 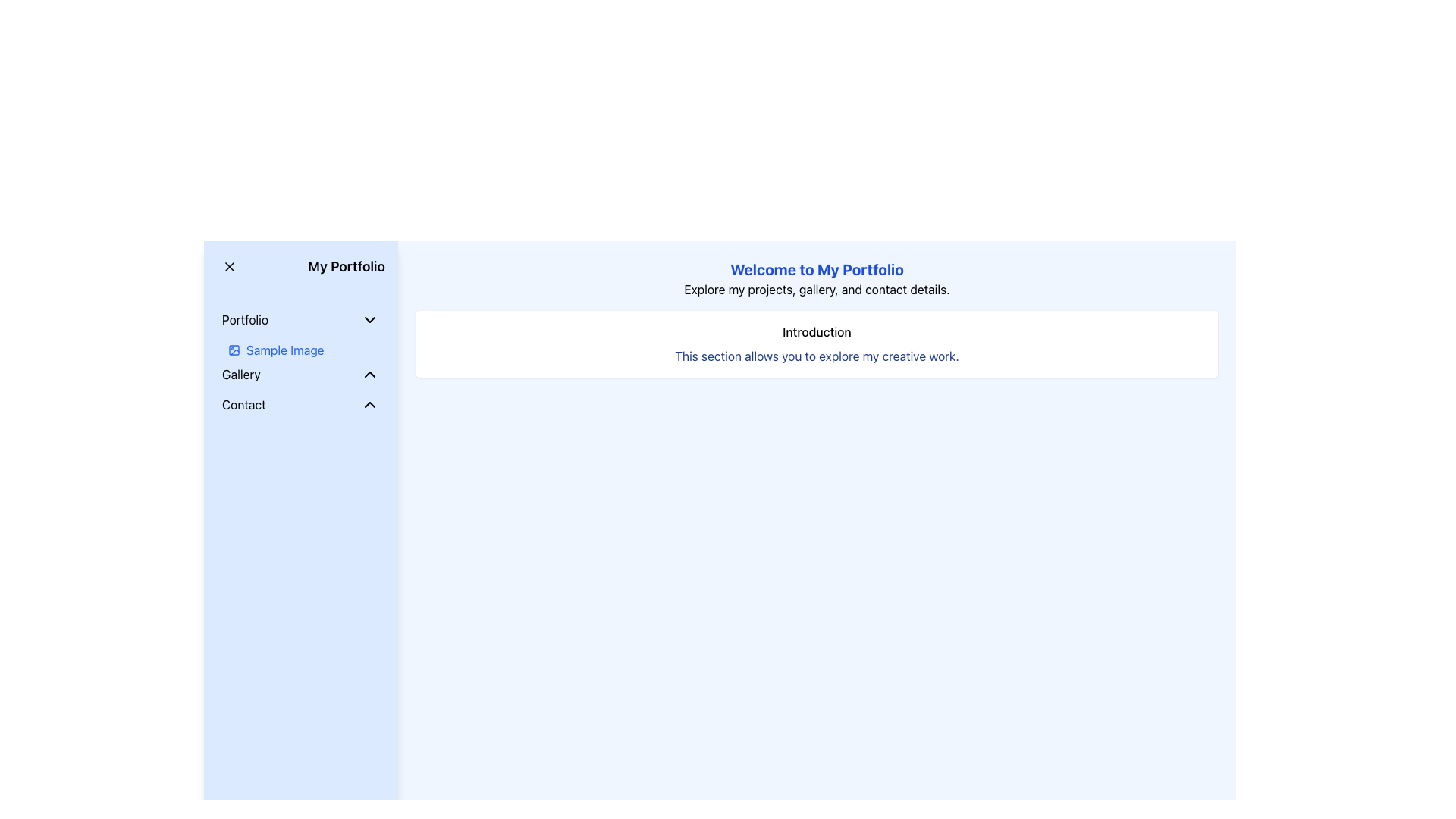 I want to click on the 'Gallery' text label in the left-hand side navigation panel, so click(x=240, y=374).